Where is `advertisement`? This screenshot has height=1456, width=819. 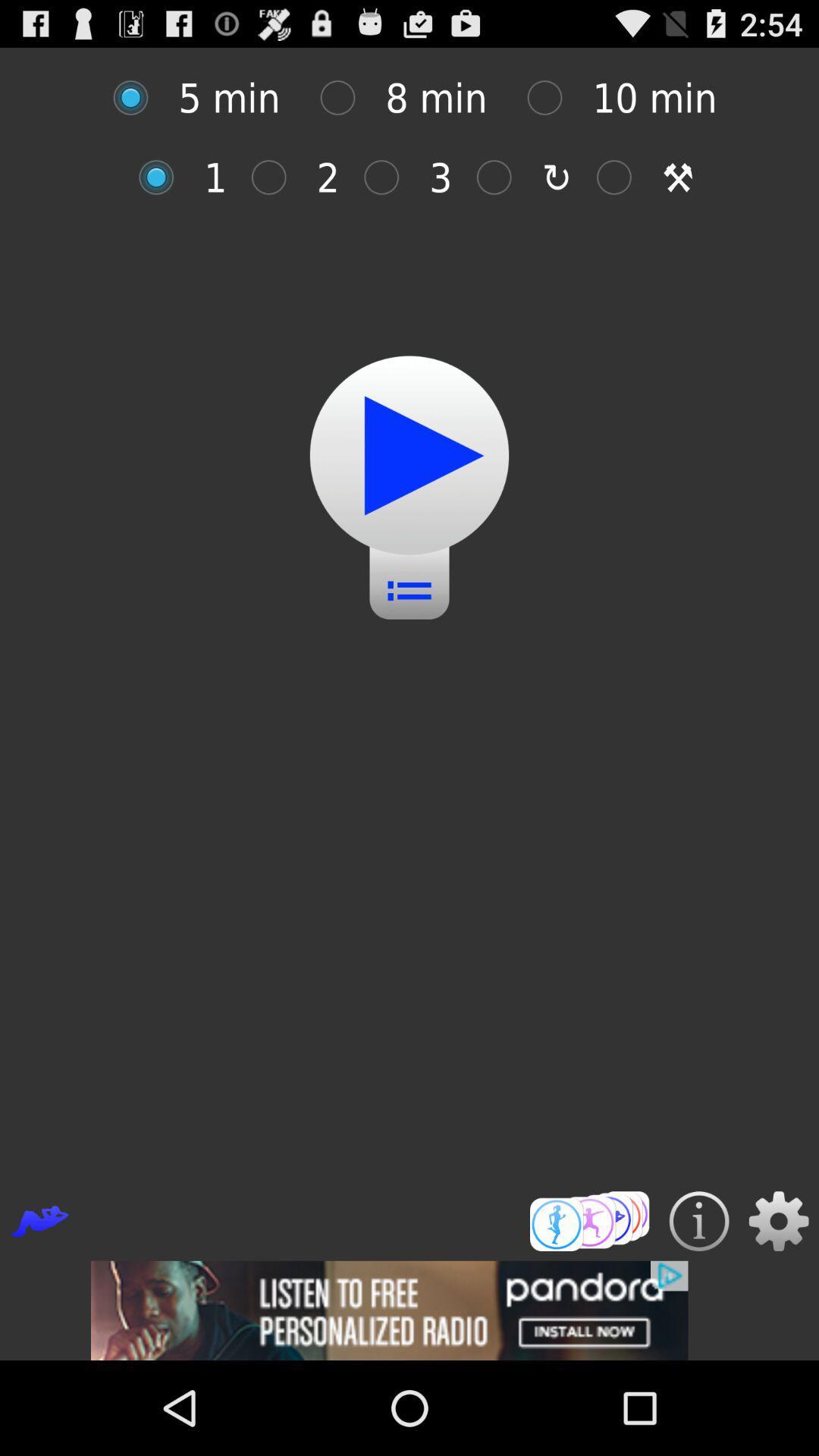
advertisement is located at coordinates (409, 1310).